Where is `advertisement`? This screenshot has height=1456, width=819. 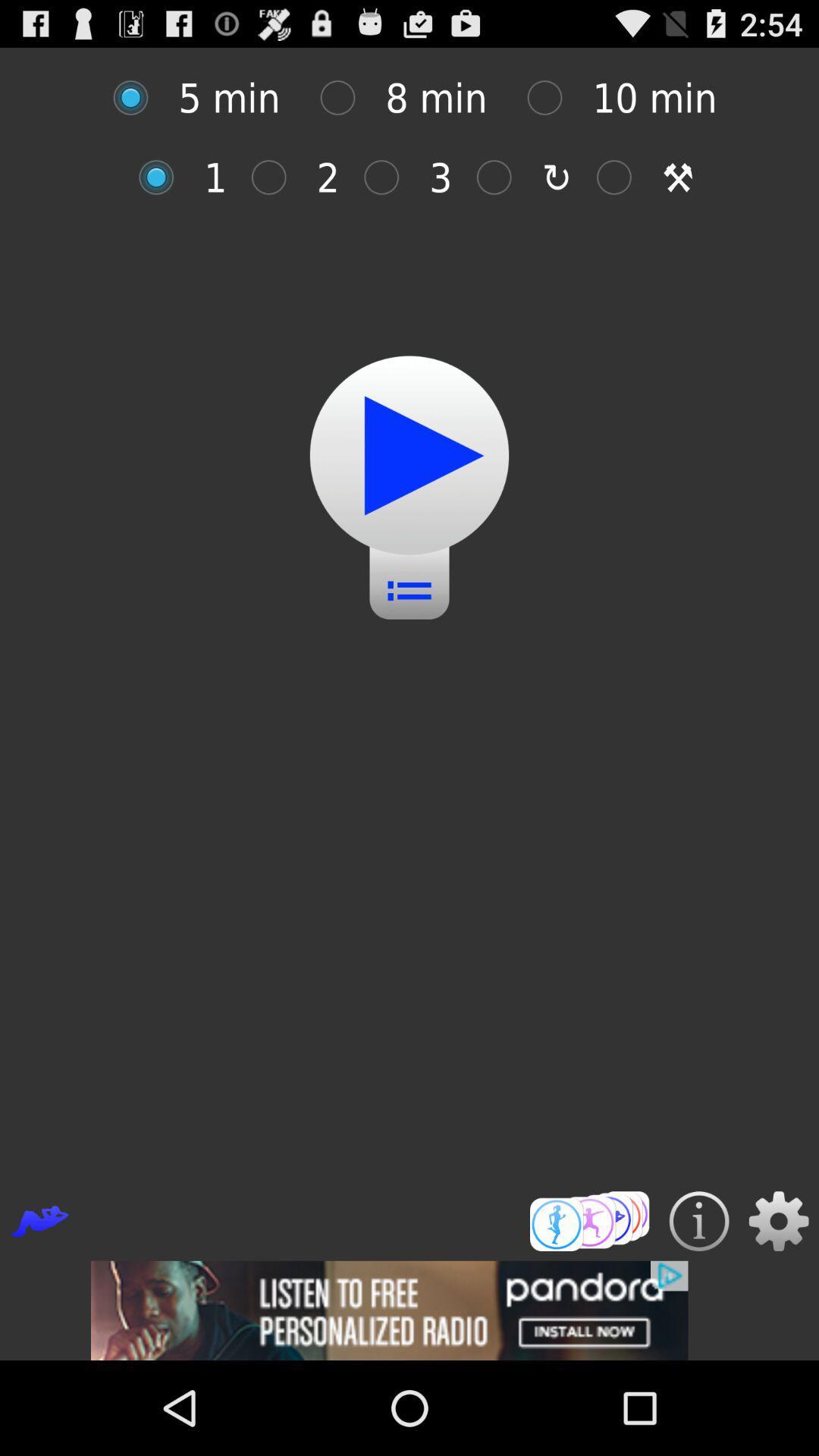
advertisement is located at coordinates (409, 1310).